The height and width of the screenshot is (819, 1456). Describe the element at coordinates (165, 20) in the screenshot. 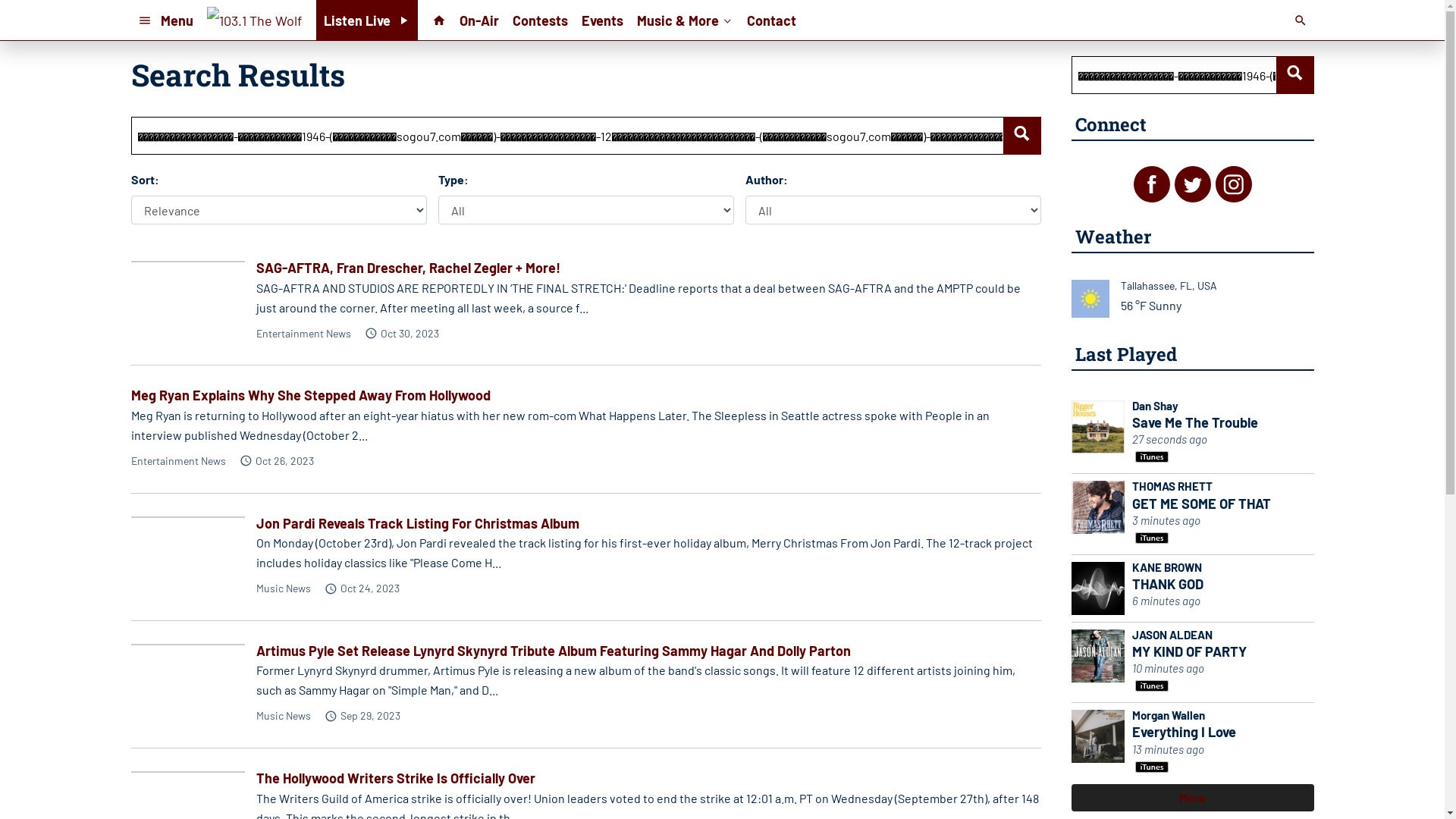

I see `'Menu'` at that location.